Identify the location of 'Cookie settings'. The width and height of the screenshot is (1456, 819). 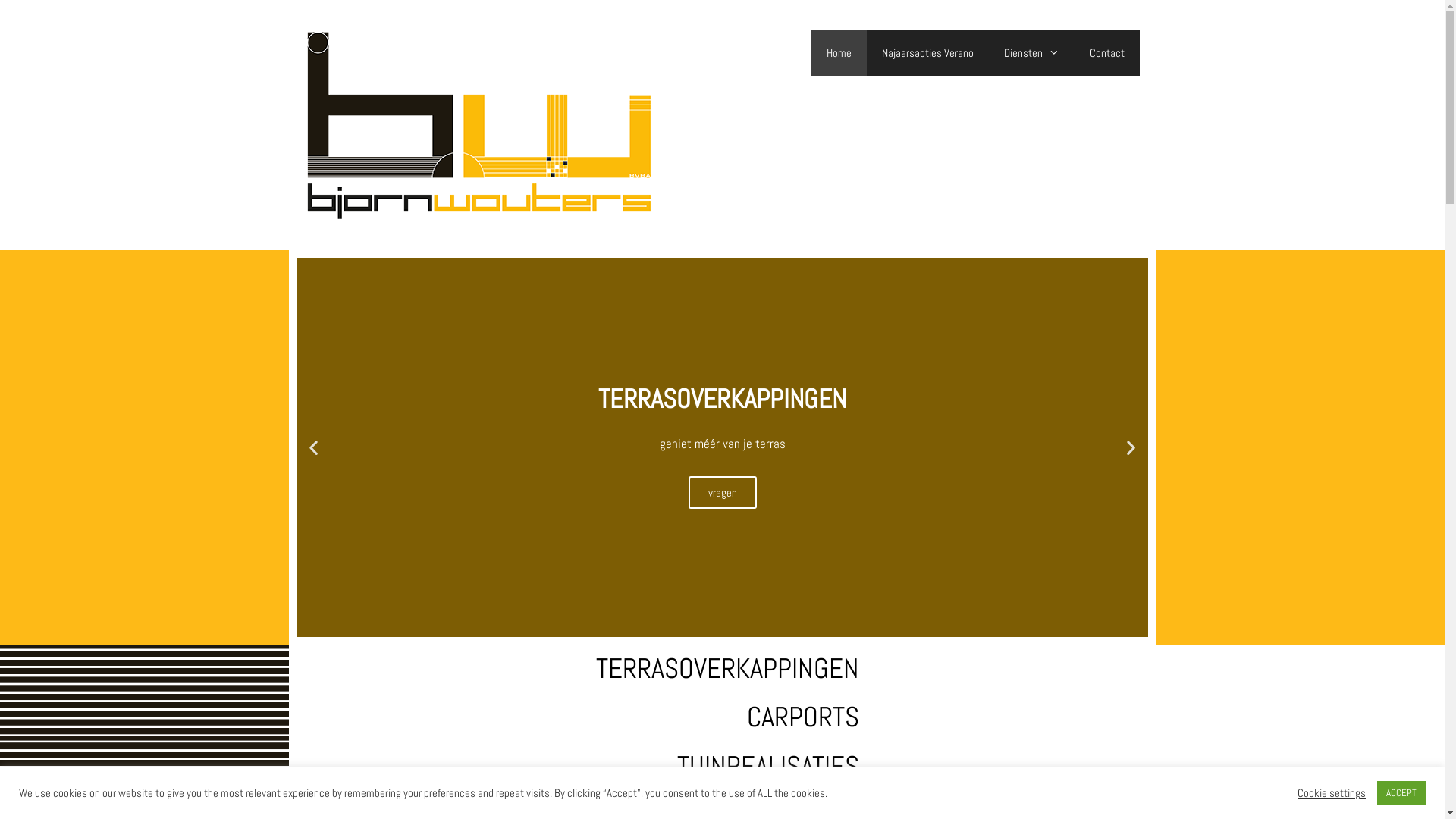
(1331, 792).